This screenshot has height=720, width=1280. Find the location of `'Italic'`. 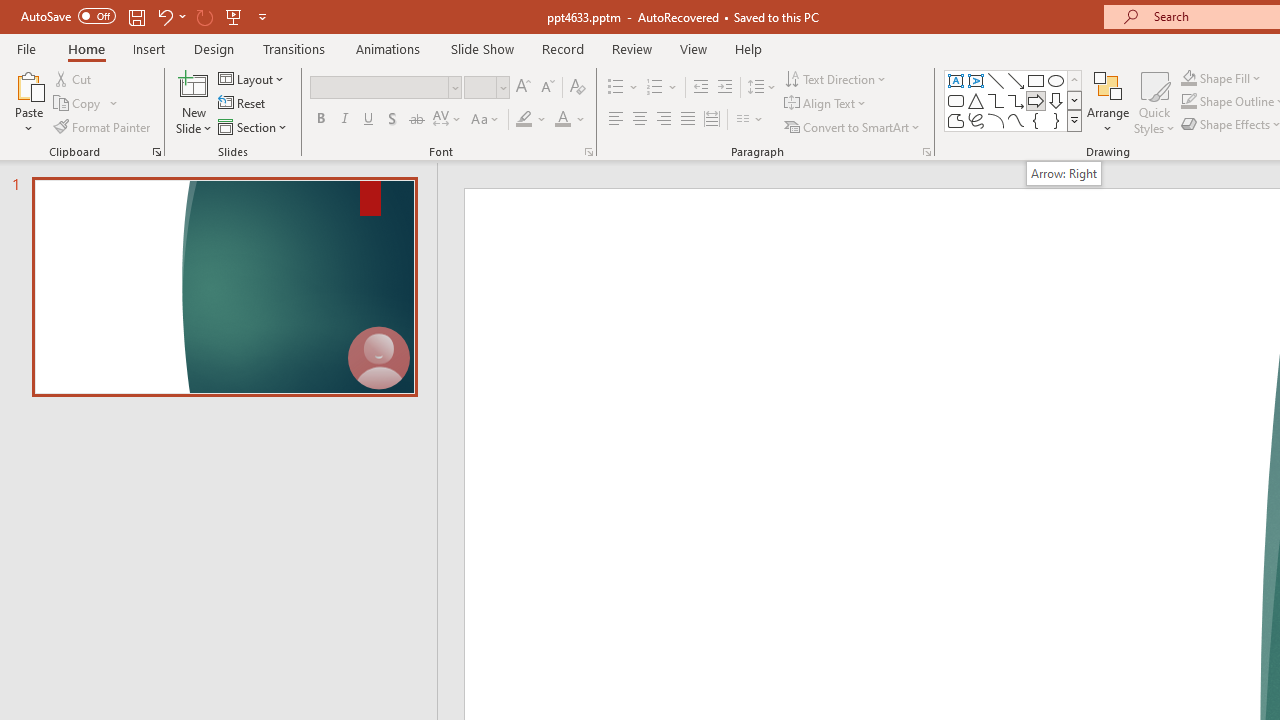

'Italic' is located at coordinates (344, 119).